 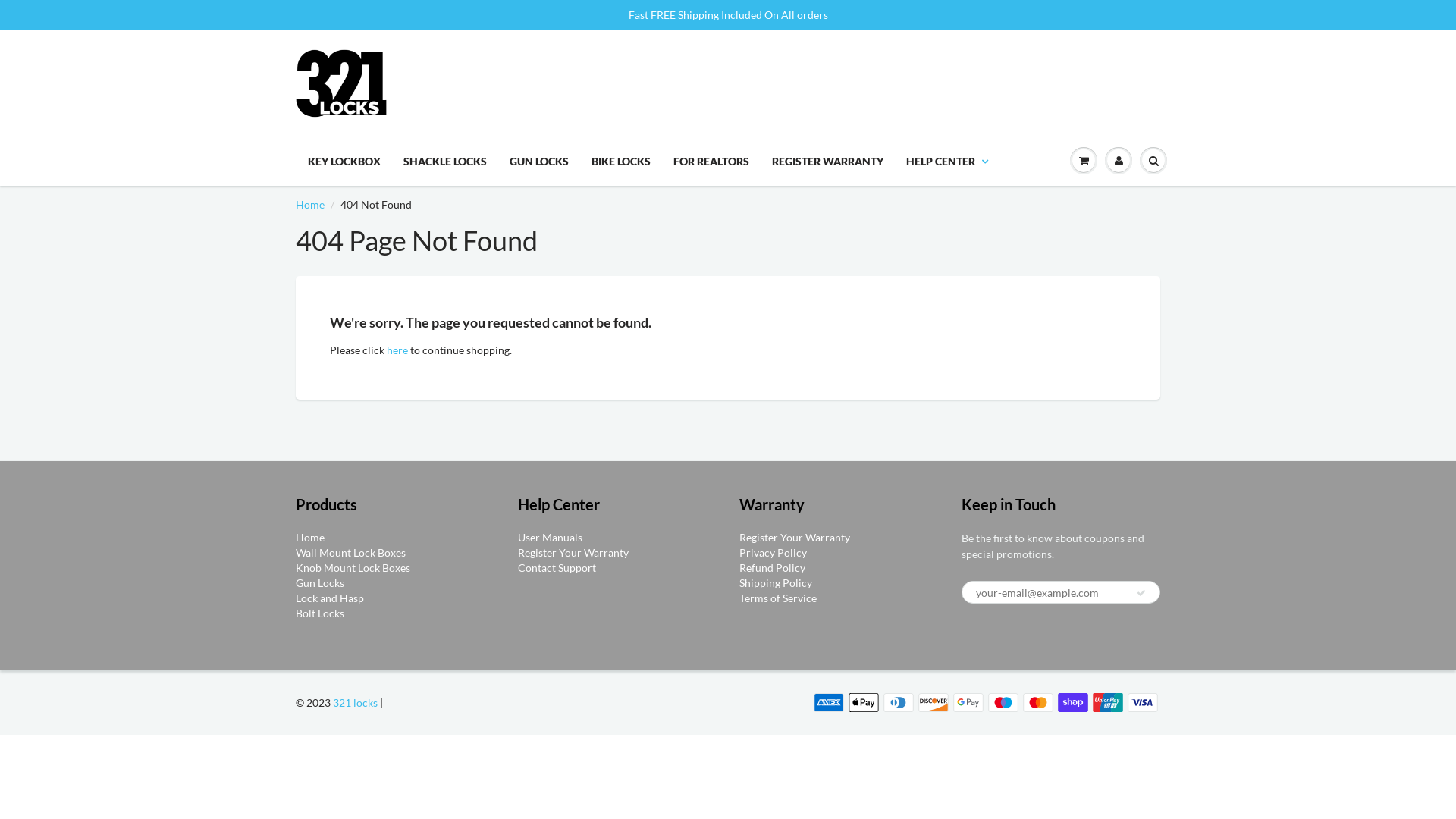 What do you see at coordinates (775, 582) in the screenshot?
I see `'Shipping Policy'` at bounding box center [775, 582].